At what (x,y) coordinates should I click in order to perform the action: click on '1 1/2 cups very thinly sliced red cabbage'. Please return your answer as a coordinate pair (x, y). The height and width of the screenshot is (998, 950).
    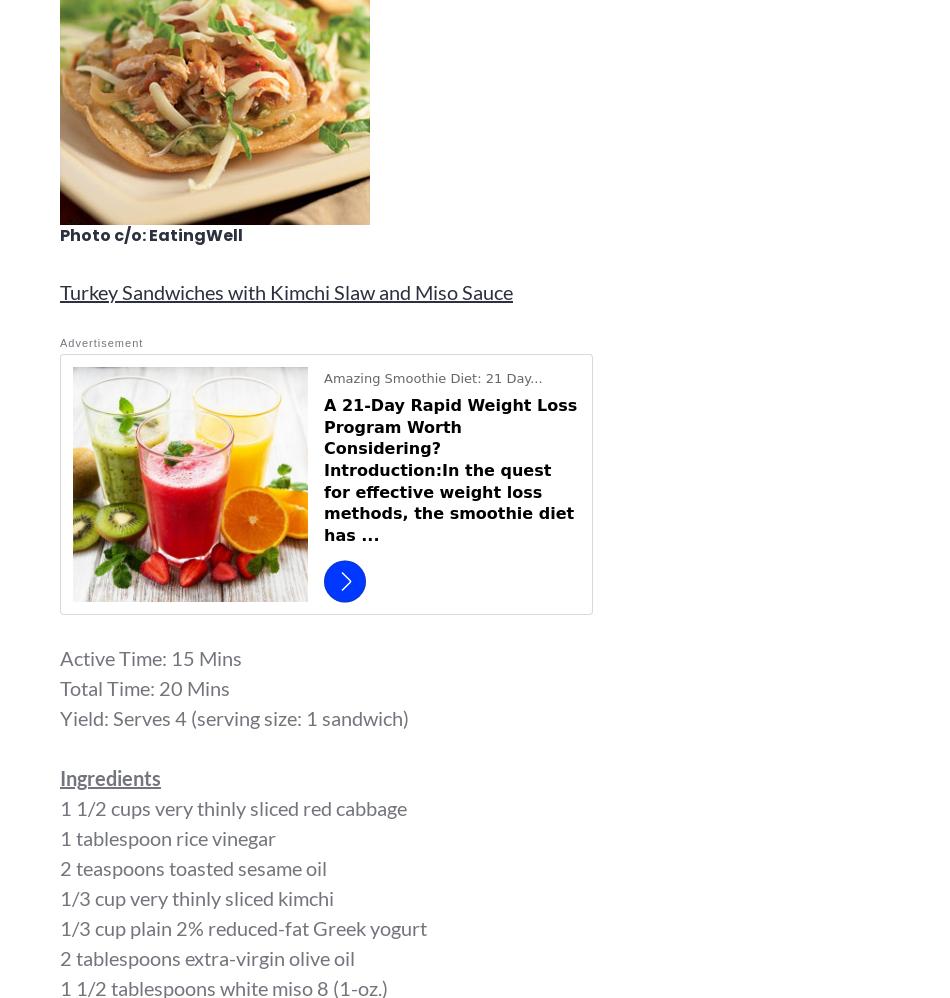
    Looking at the image, I should click on (60, 807).